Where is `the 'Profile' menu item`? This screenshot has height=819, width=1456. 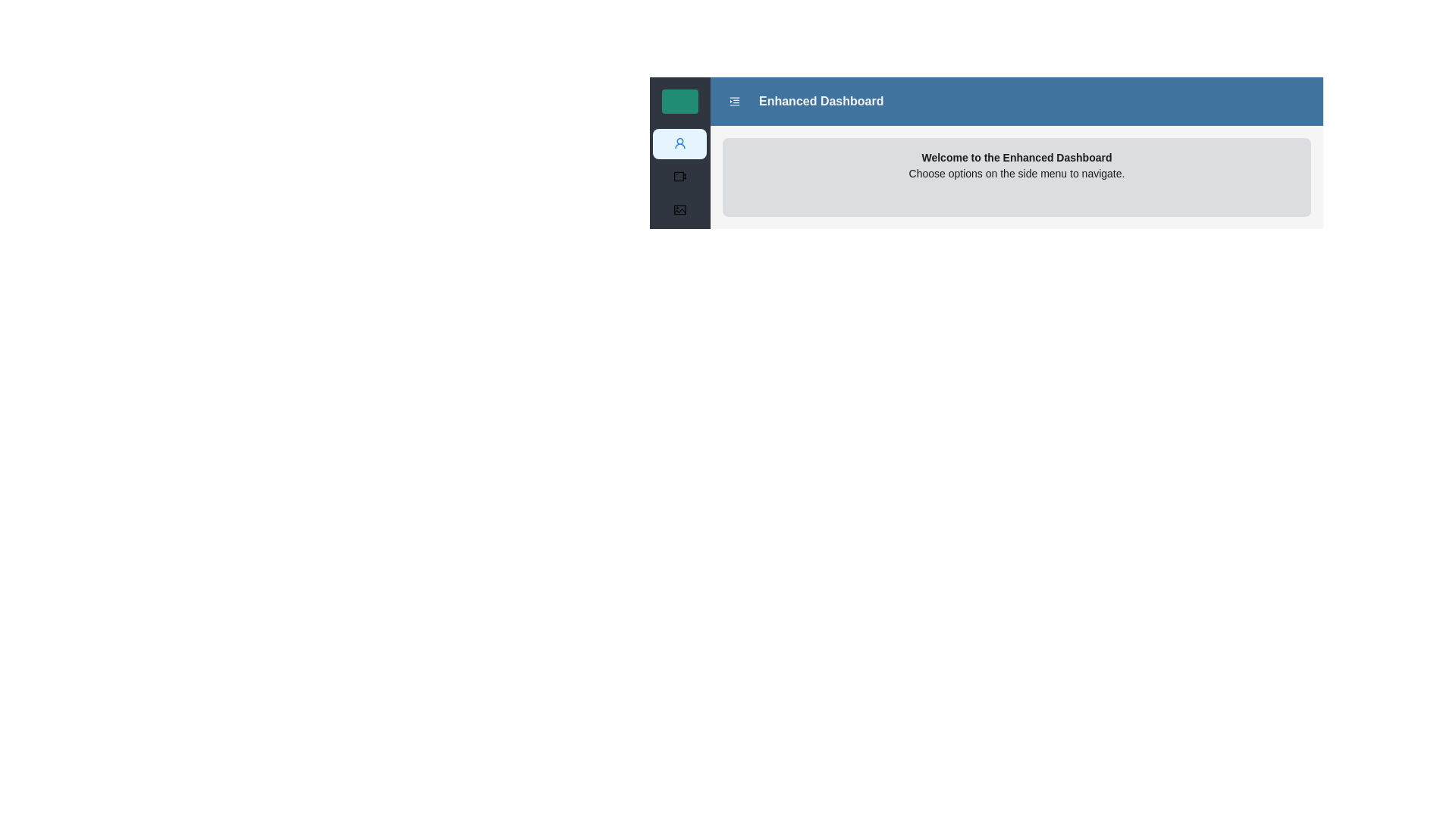
the 'Profile' menu item is located at coordinates (679, 143).